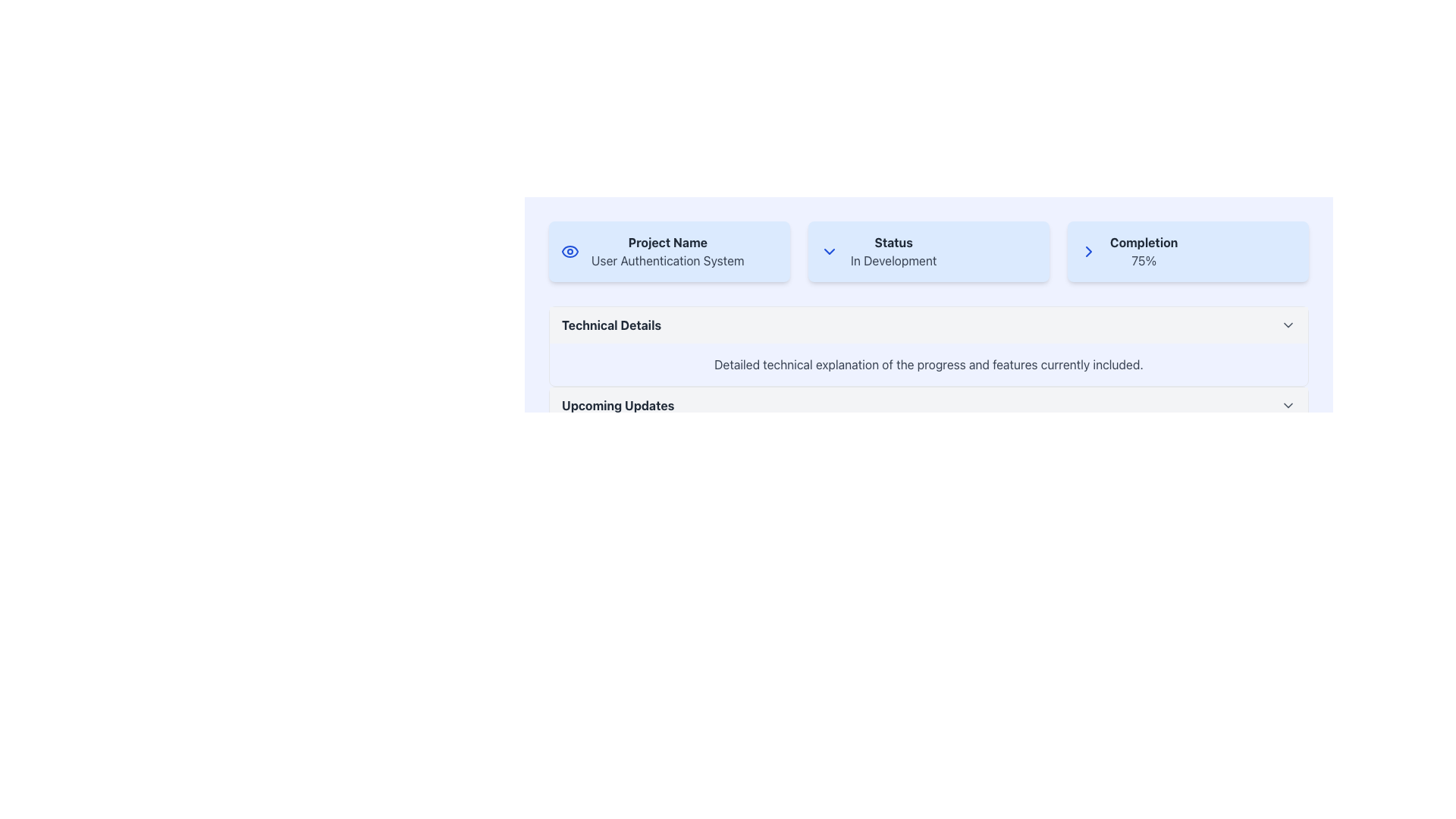  I want to click on the Text Display with Icon that has a light blue background and displays the title 'Status' in bold dark gray text, indicating 'In Development' with a downward-facing arrow icon on the left, so click(927, 250).